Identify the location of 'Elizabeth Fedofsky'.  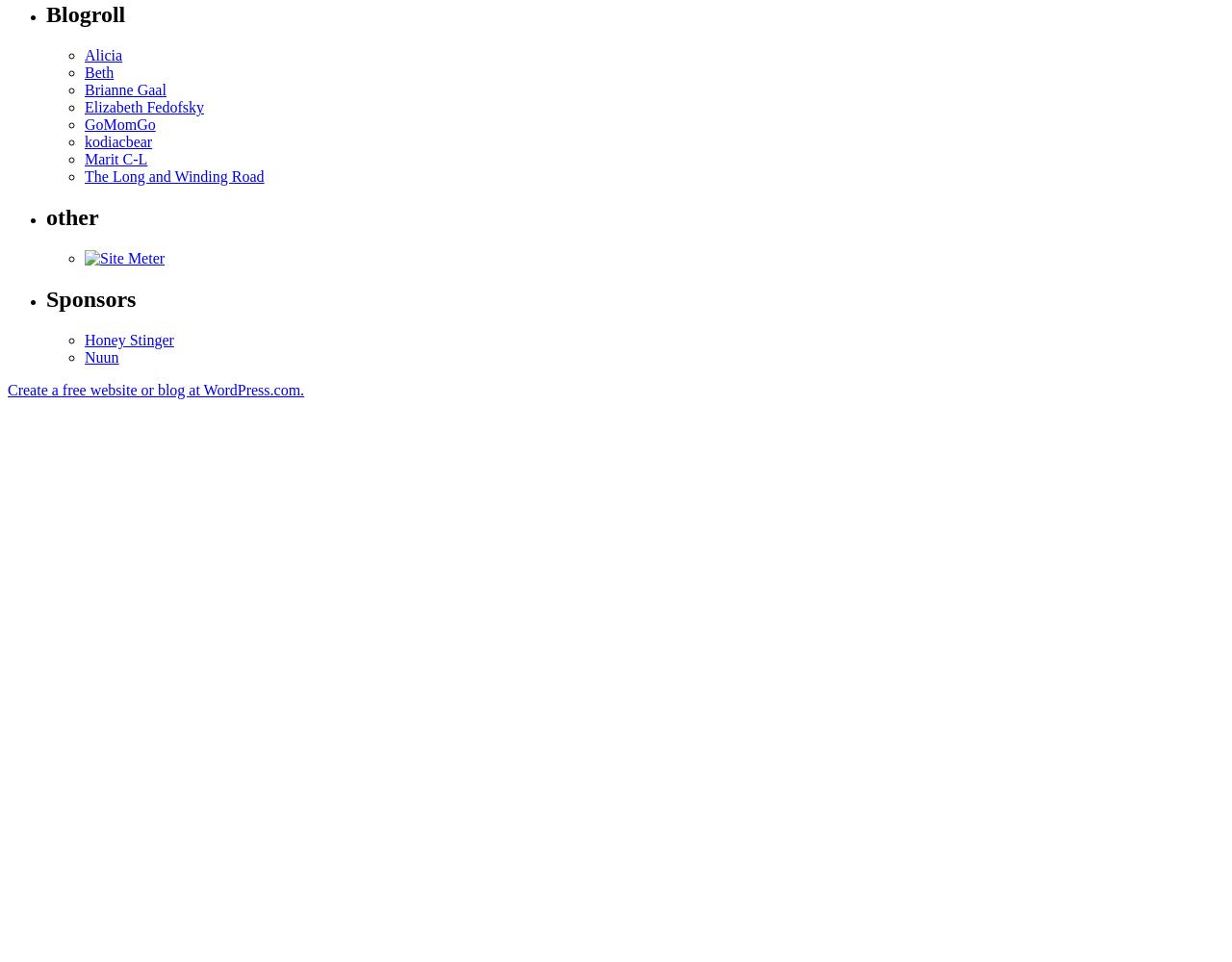
(142, 106).